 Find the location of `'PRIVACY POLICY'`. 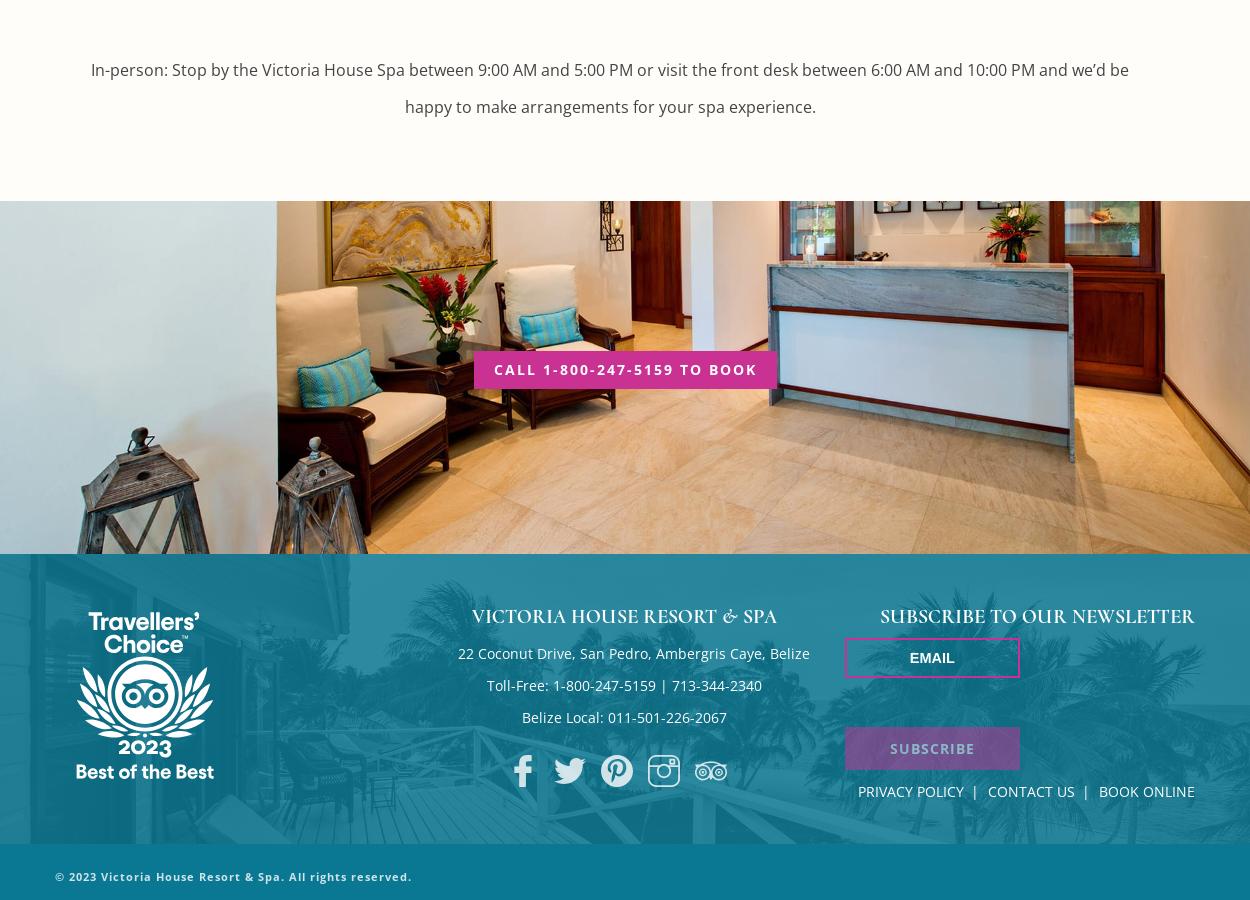

'PRIVACY POLICY' is located at coordinates (910, 790).